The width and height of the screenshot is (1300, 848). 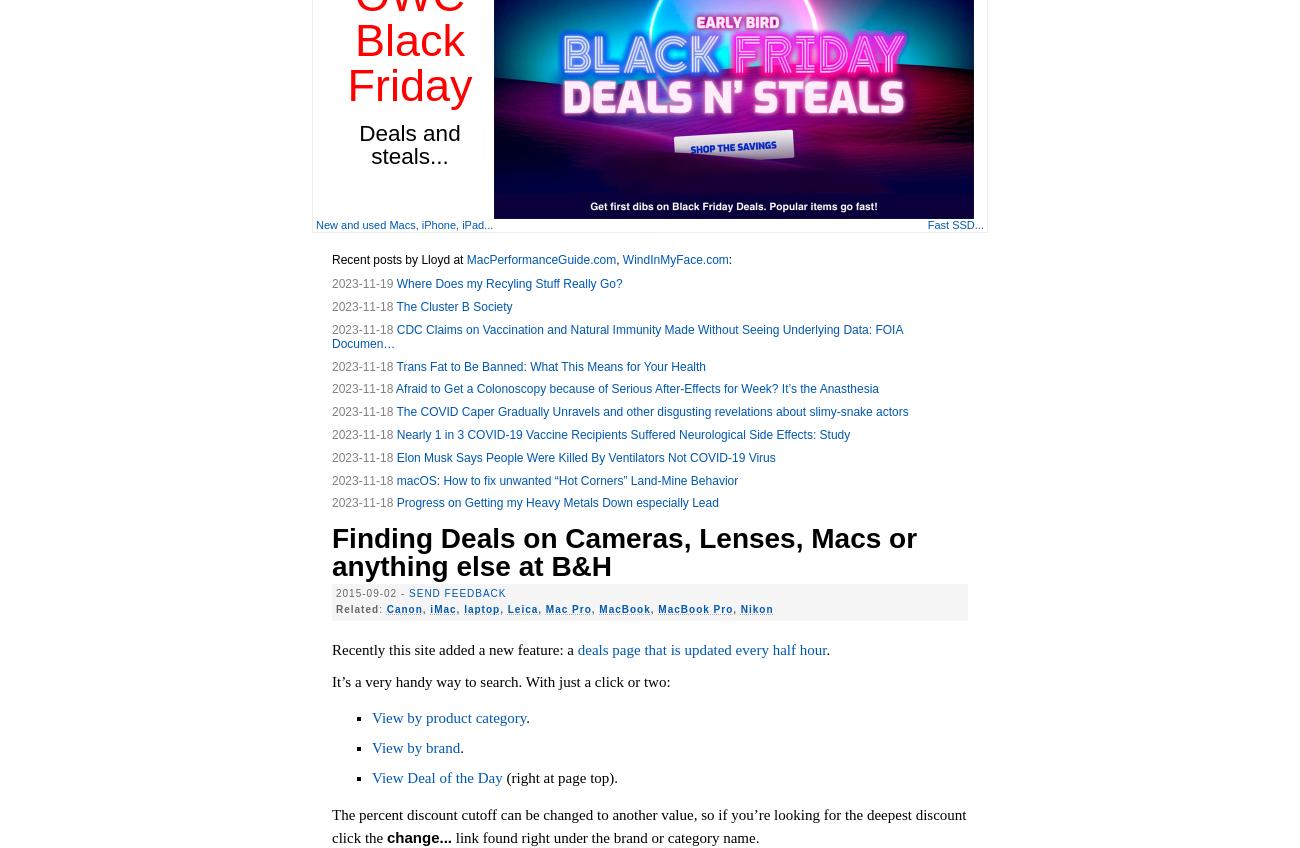 What do you see at coordinates (624, 609) in the screenshot?
I see `'MacBook'` at bounding box center [624, 609].